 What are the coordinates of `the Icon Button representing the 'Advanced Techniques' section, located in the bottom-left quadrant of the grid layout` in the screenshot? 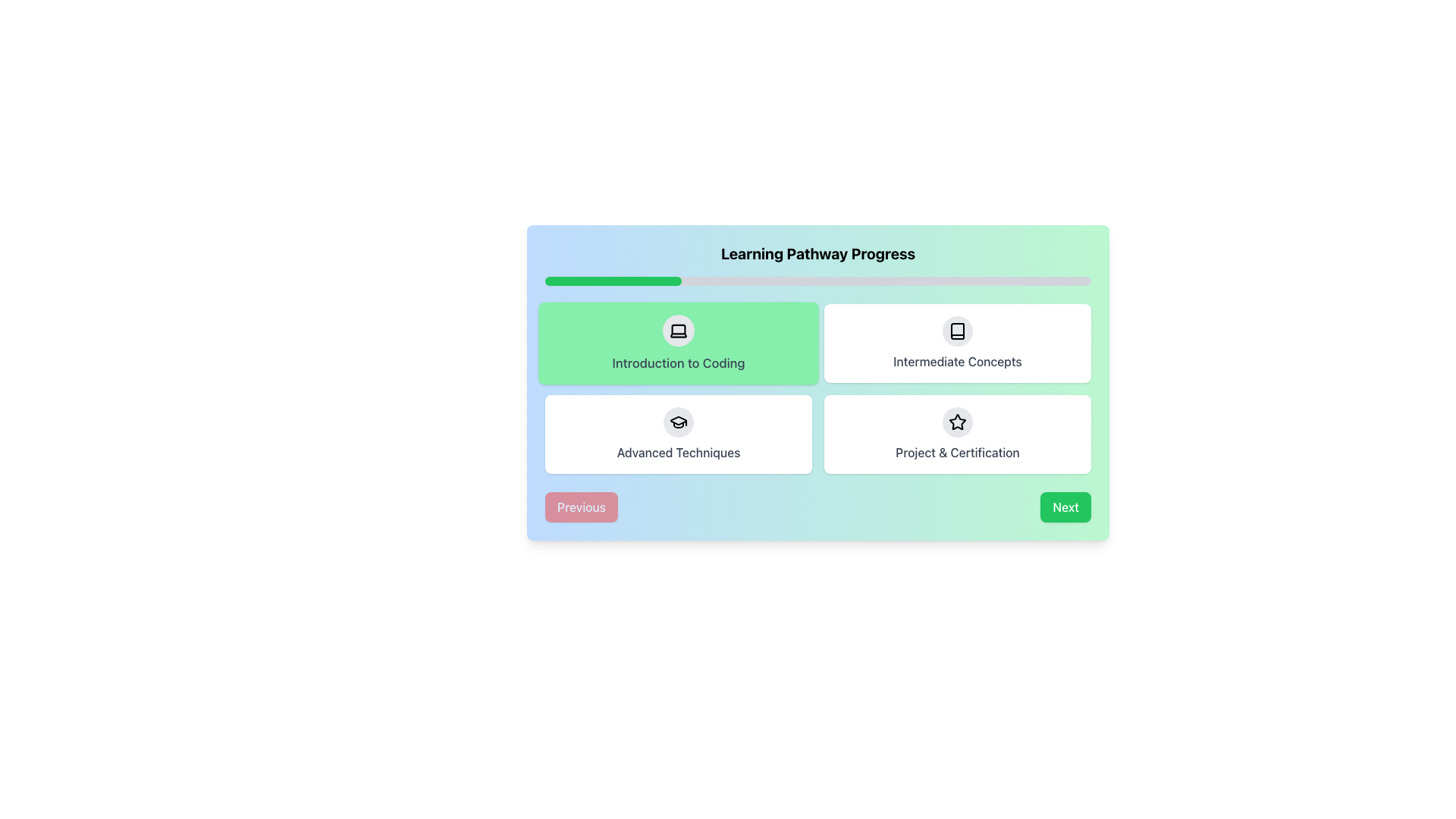 It's located at (677, 422).